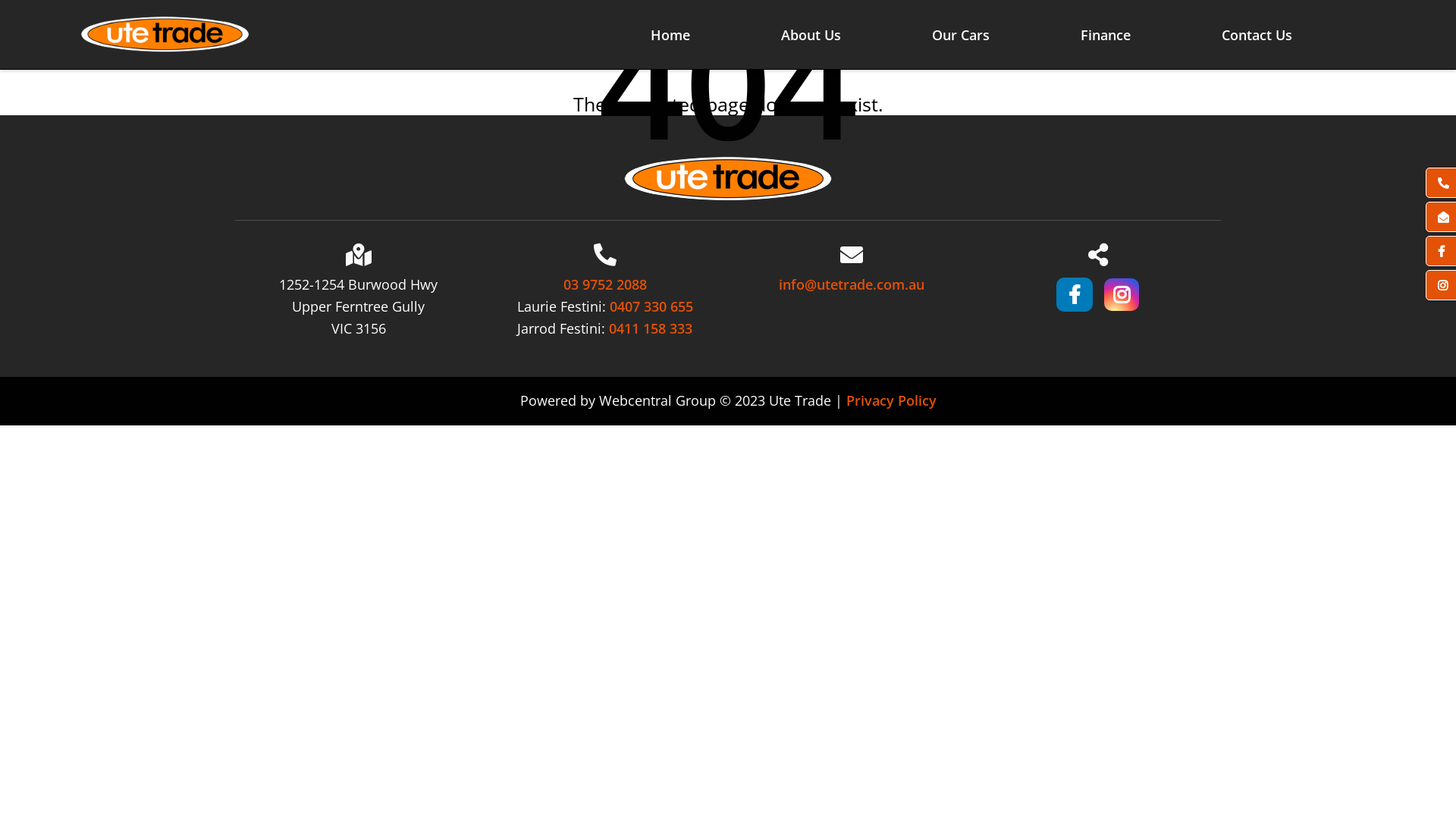 The image size is (1456, 819). Describe the element at coordinates (1097, 253) in the screenshot. I see `'Share'` at that location.